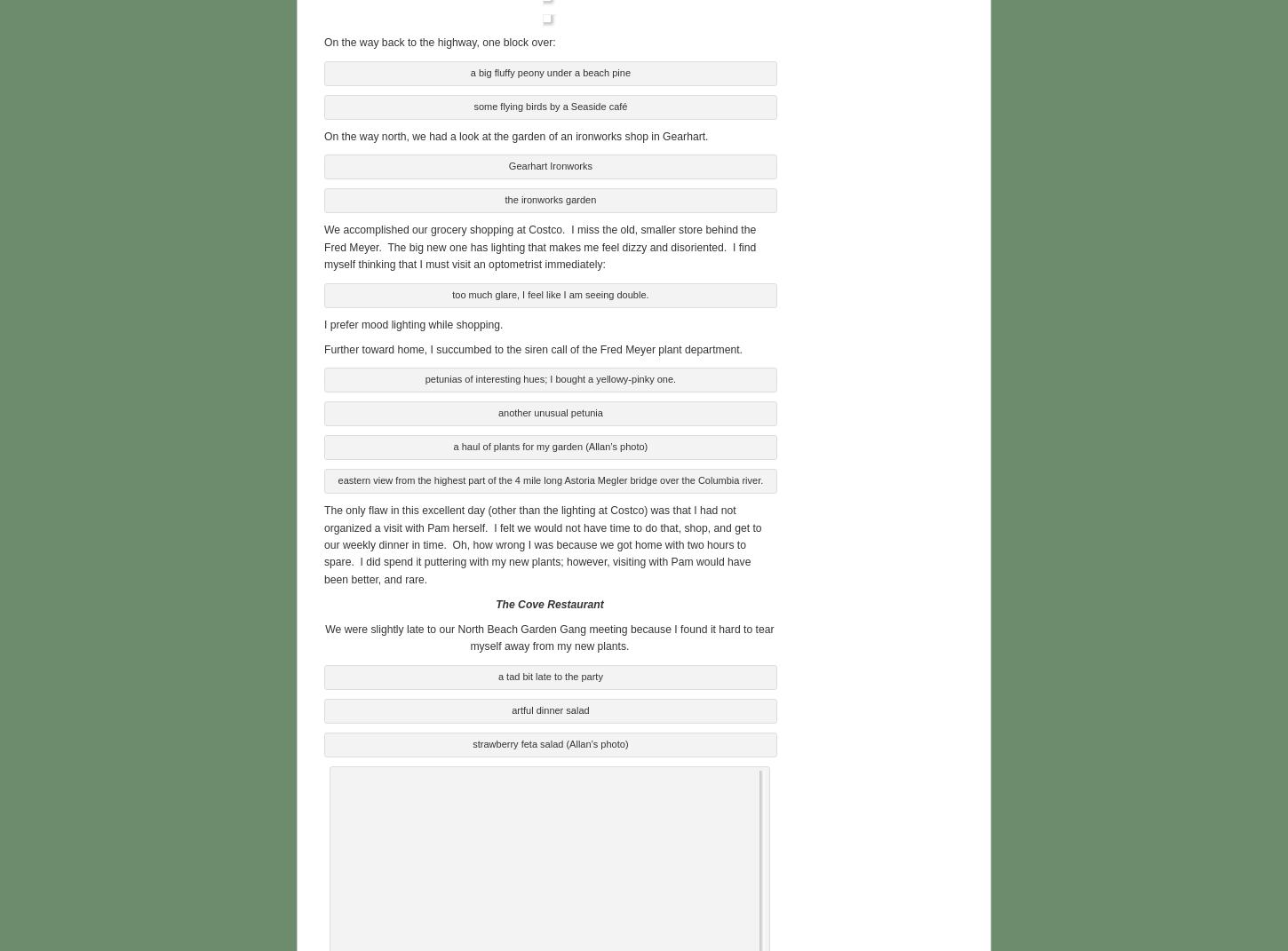 The width and height of the screenshot is (1288, 951). I want to click on 'Further toward home, I succumbed to the siren call of the Fred Meyer plant department.', so click(533, 347).